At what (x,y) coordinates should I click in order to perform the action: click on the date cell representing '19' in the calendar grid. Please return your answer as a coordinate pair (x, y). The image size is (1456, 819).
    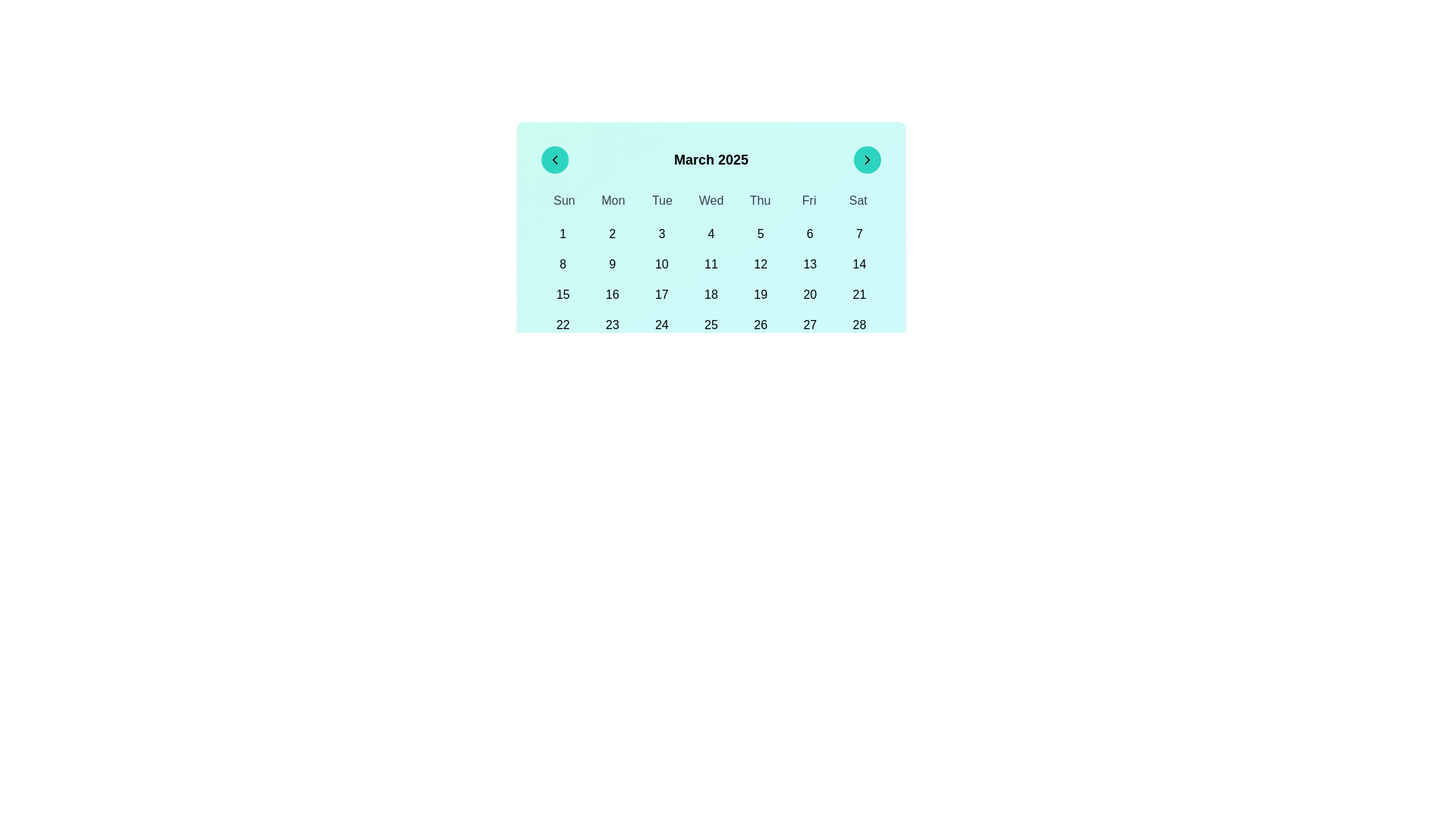
    Looking at the image, I should click on (761, 295).